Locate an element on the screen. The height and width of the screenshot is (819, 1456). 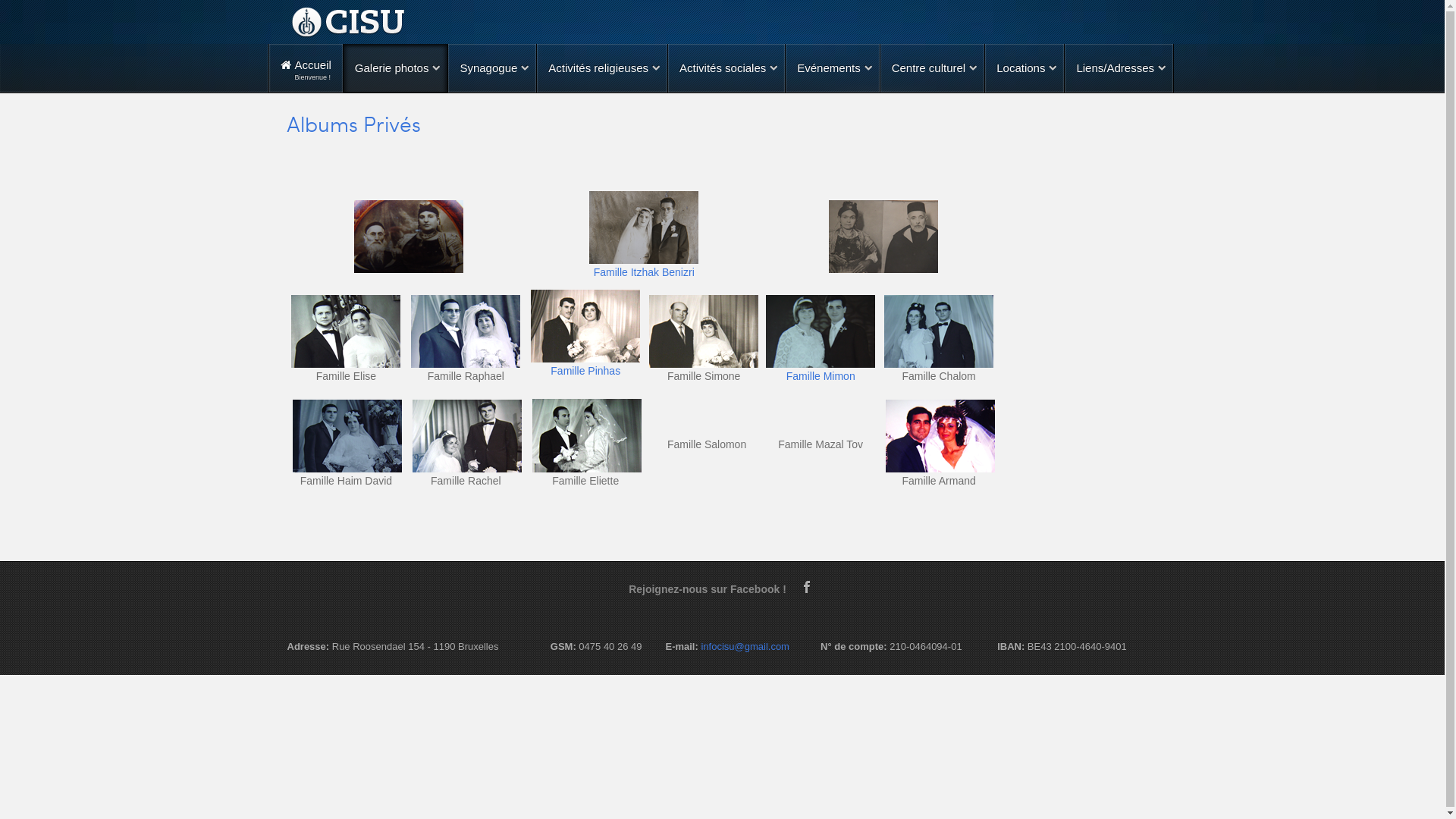
'Galerie photos' is located at coordinates (396, 67).